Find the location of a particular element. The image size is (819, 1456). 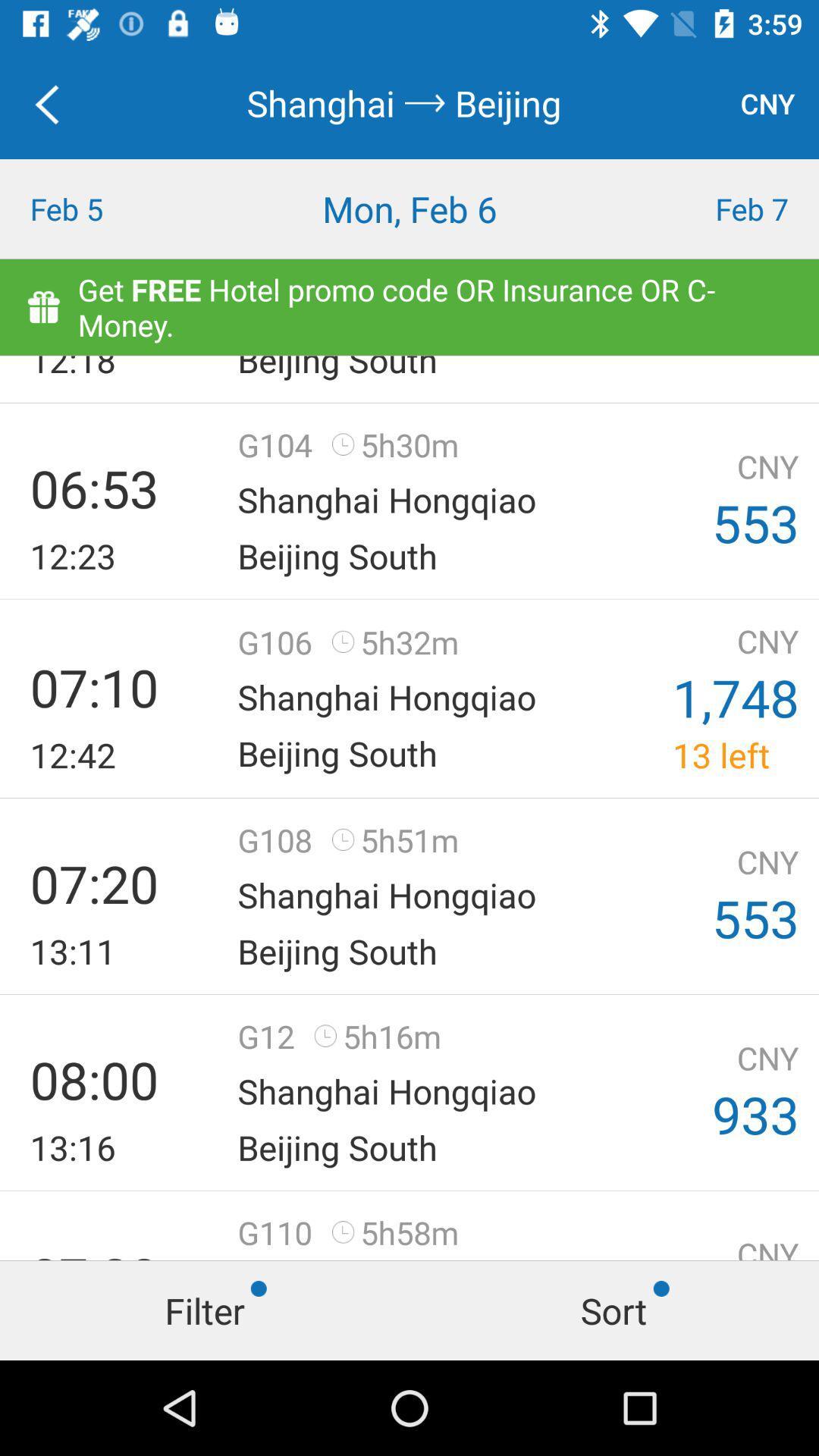

feb 5 is located at coordinates (102, 208).